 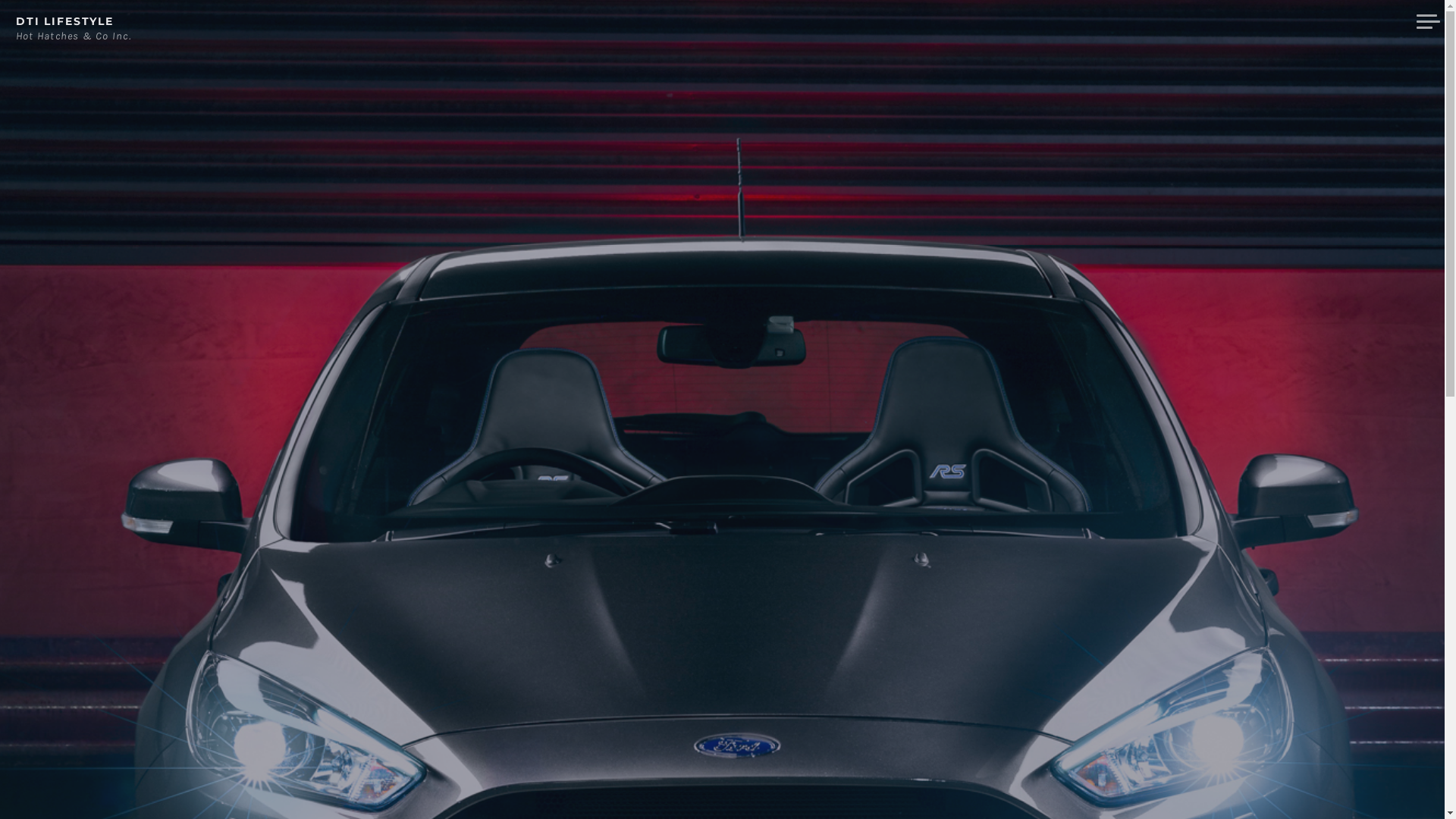 What do you see at coordinates (15, 20) in the screenshot?
I see `'DTI LIFESTYLE'` at bounding box center [15, 20].